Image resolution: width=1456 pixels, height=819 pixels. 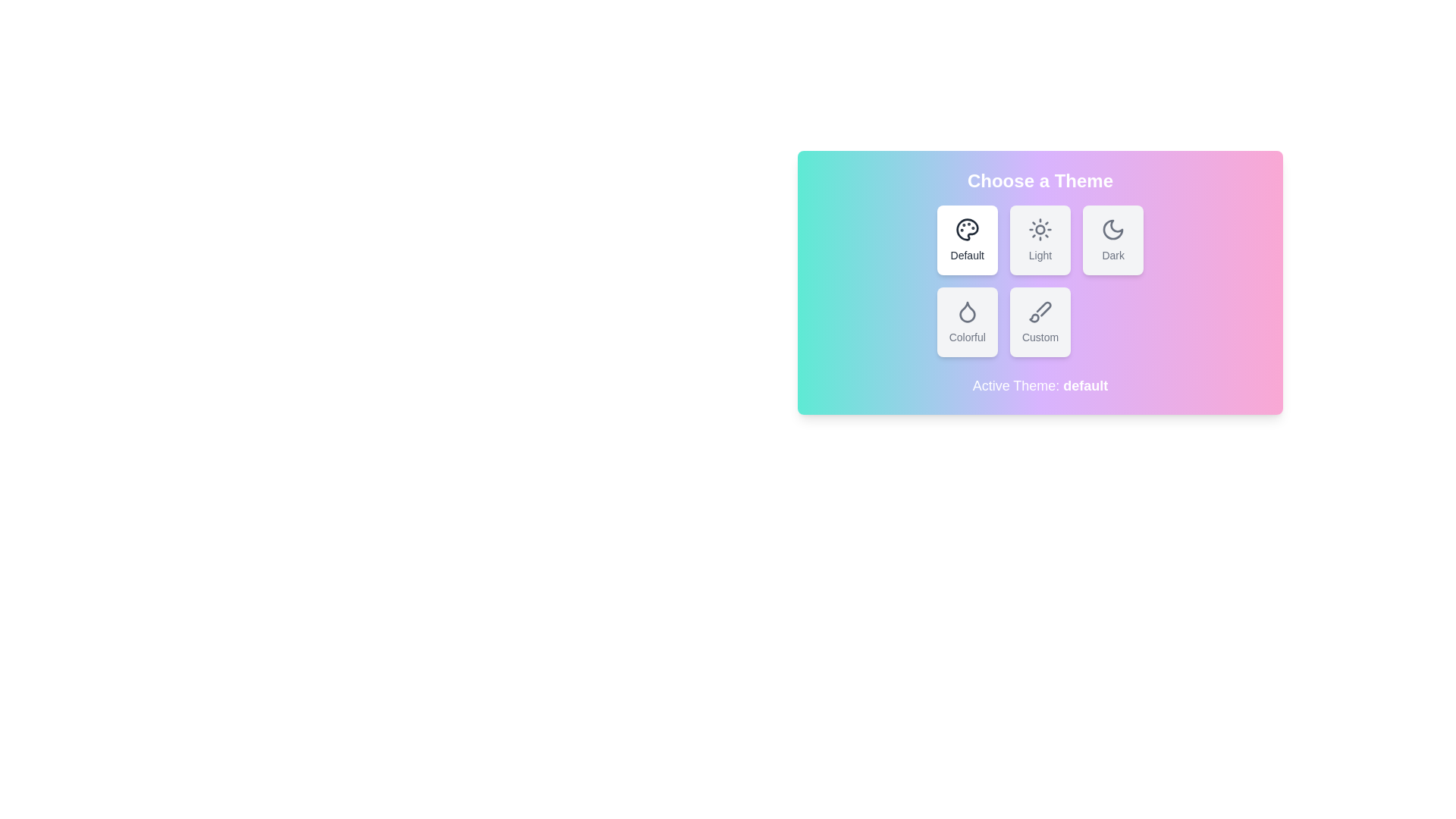 What do you see at coordinates (966, 321) in the screenshot?
I see `the theme colorful by clicking the corresponding button` at bounding box center [966, 321].